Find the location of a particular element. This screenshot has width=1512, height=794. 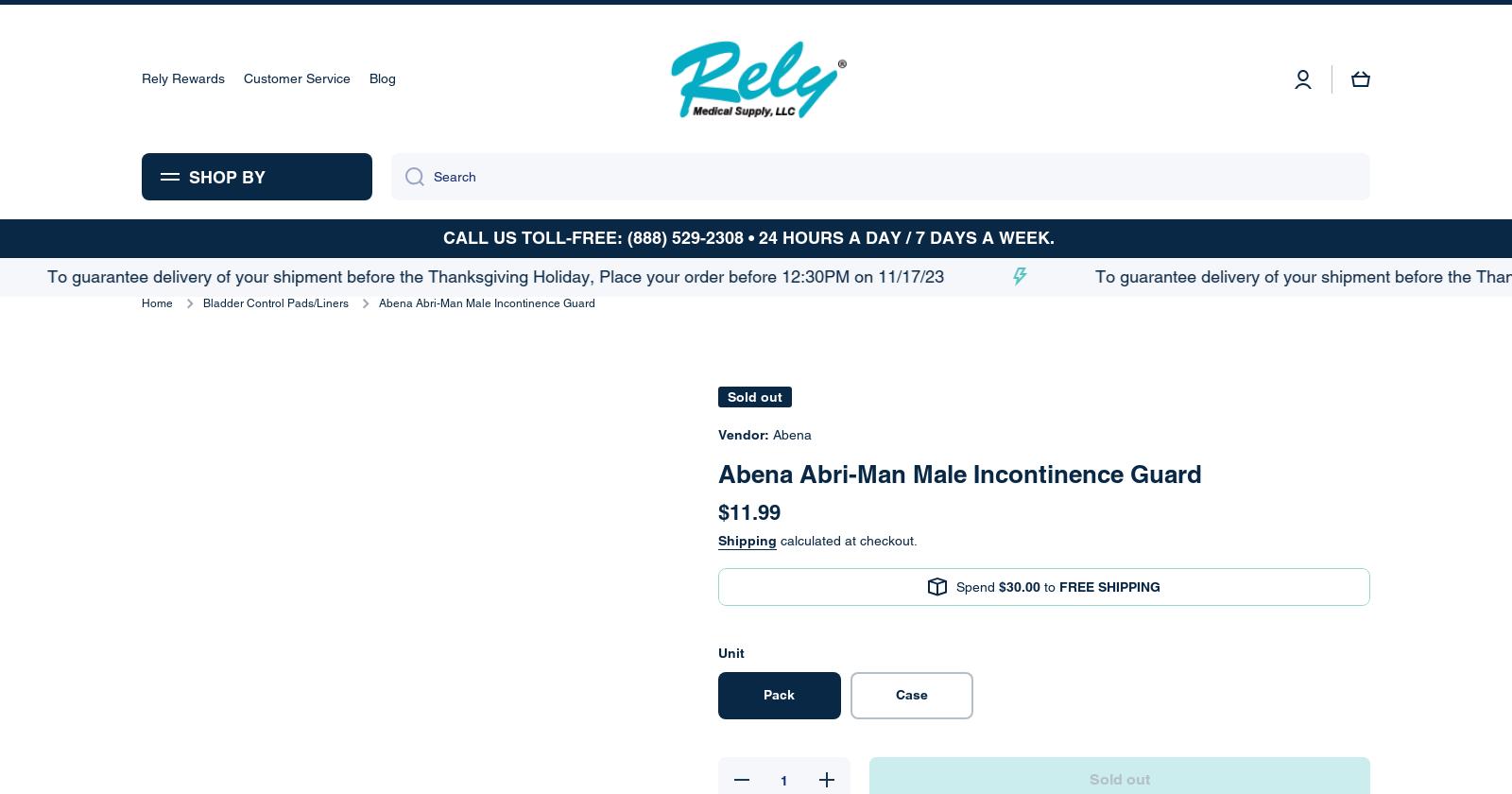

'Sold out' is located at coordinates (1314, 26).